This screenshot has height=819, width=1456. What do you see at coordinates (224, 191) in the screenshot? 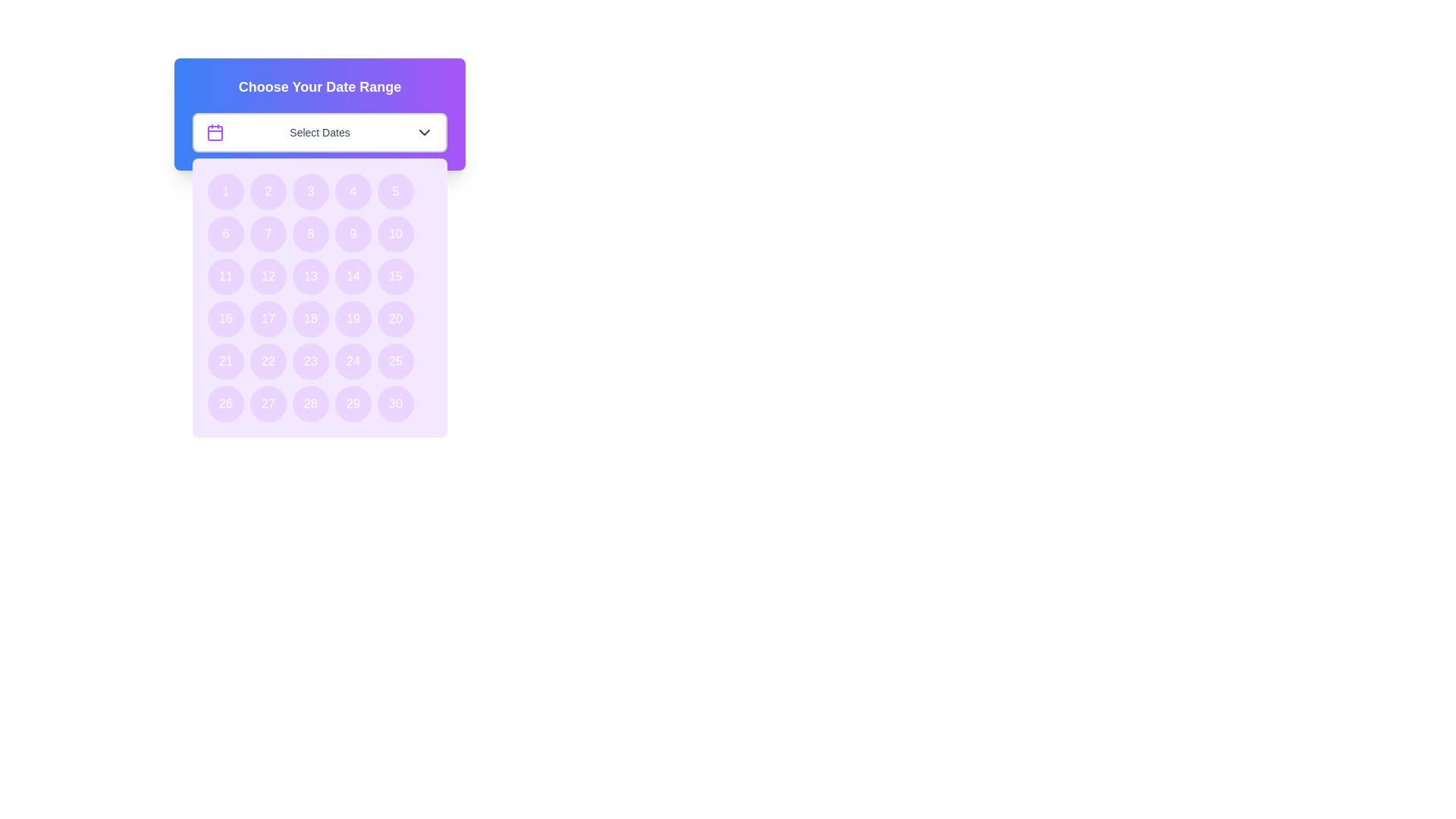
I see `the first button in the top-left corner of the date-picker grid` at bounding box center [224, 191].